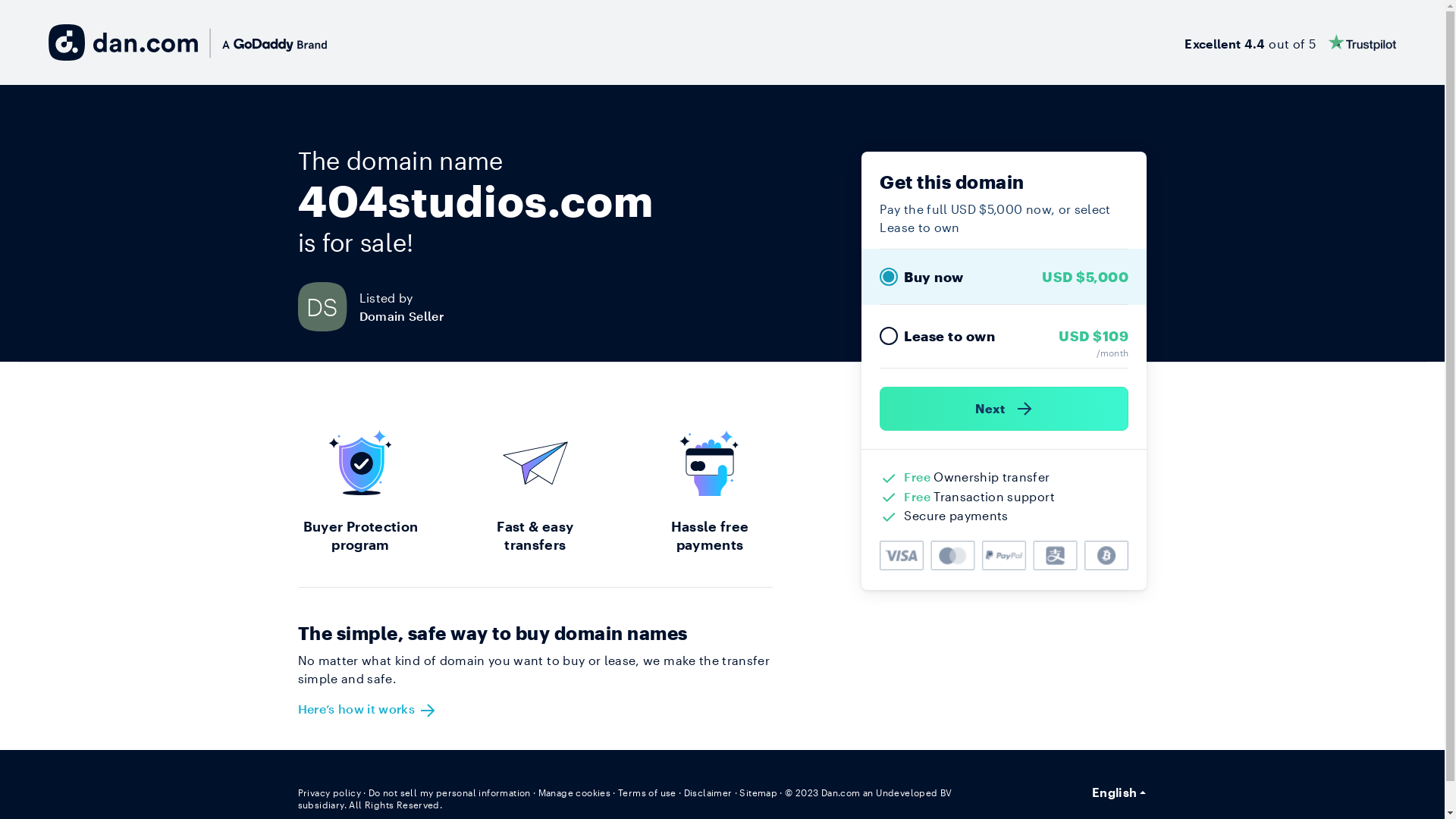 Image resolution: width=1456 pixels, height=819 pixels. Describe the element at coordinates (647, 792) in the screenshot. I see `'Terms of use'` at that location.